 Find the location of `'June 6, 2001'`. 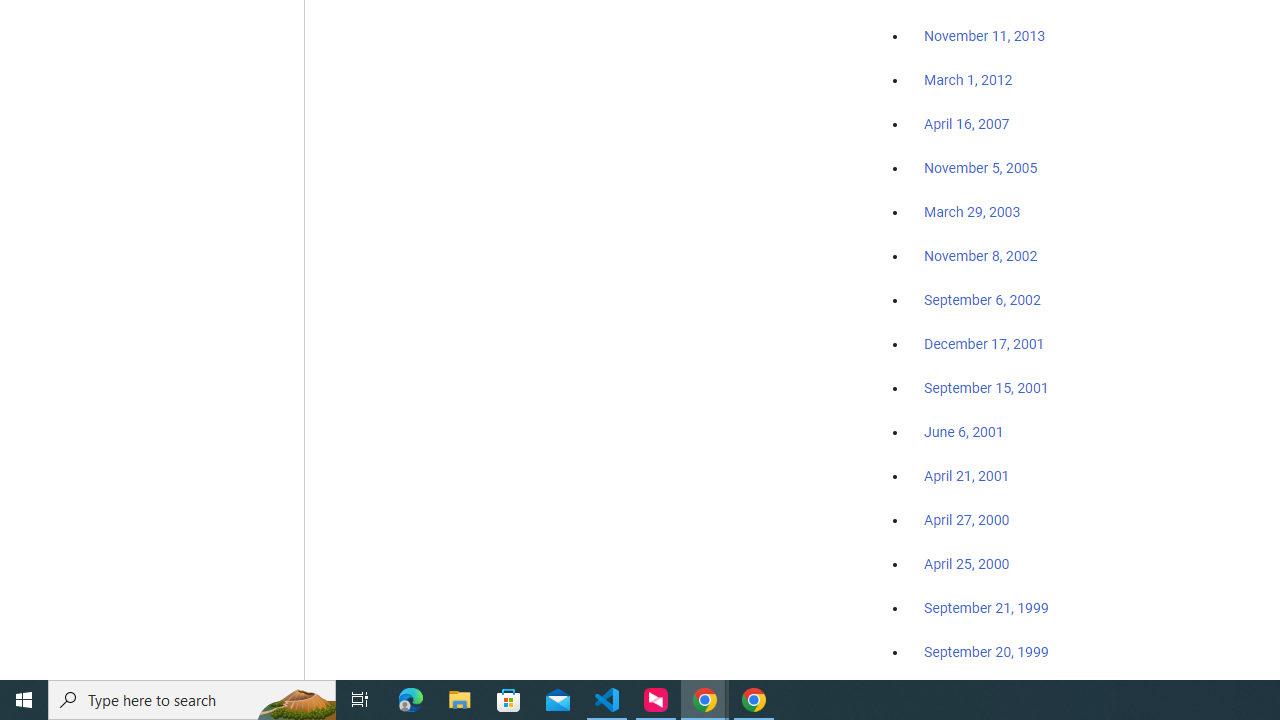

'June 6, 2001' is located at coordinates (963, 431).